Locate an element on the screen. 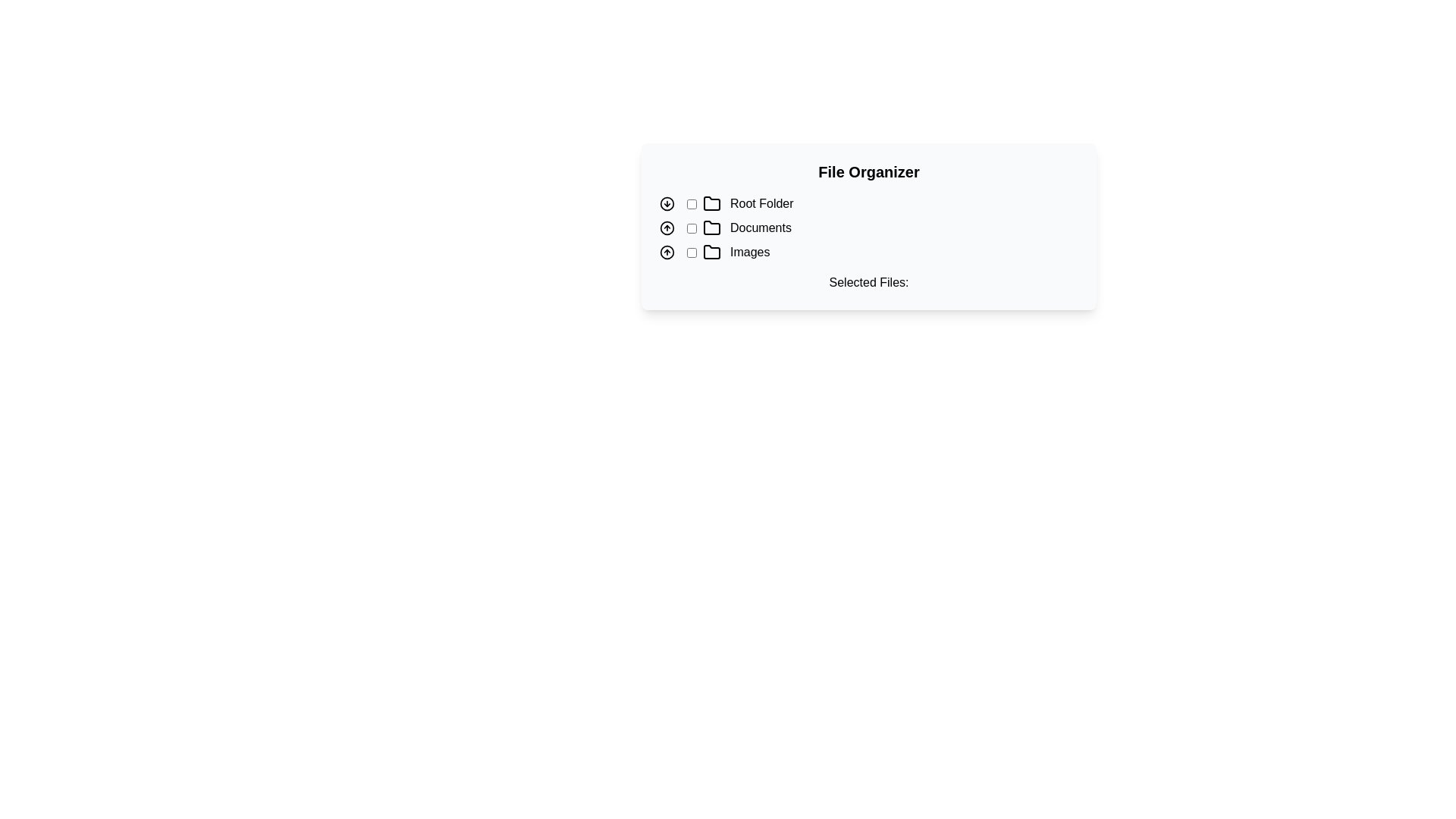 This screenshot has height=819, width=1456. the circular outline icon with an upward-pointing arrow, which is the third icon in the vertical list to the left of the 'Images' folder label in the 'File Organizer' interface is located at coordinates (667, 251).